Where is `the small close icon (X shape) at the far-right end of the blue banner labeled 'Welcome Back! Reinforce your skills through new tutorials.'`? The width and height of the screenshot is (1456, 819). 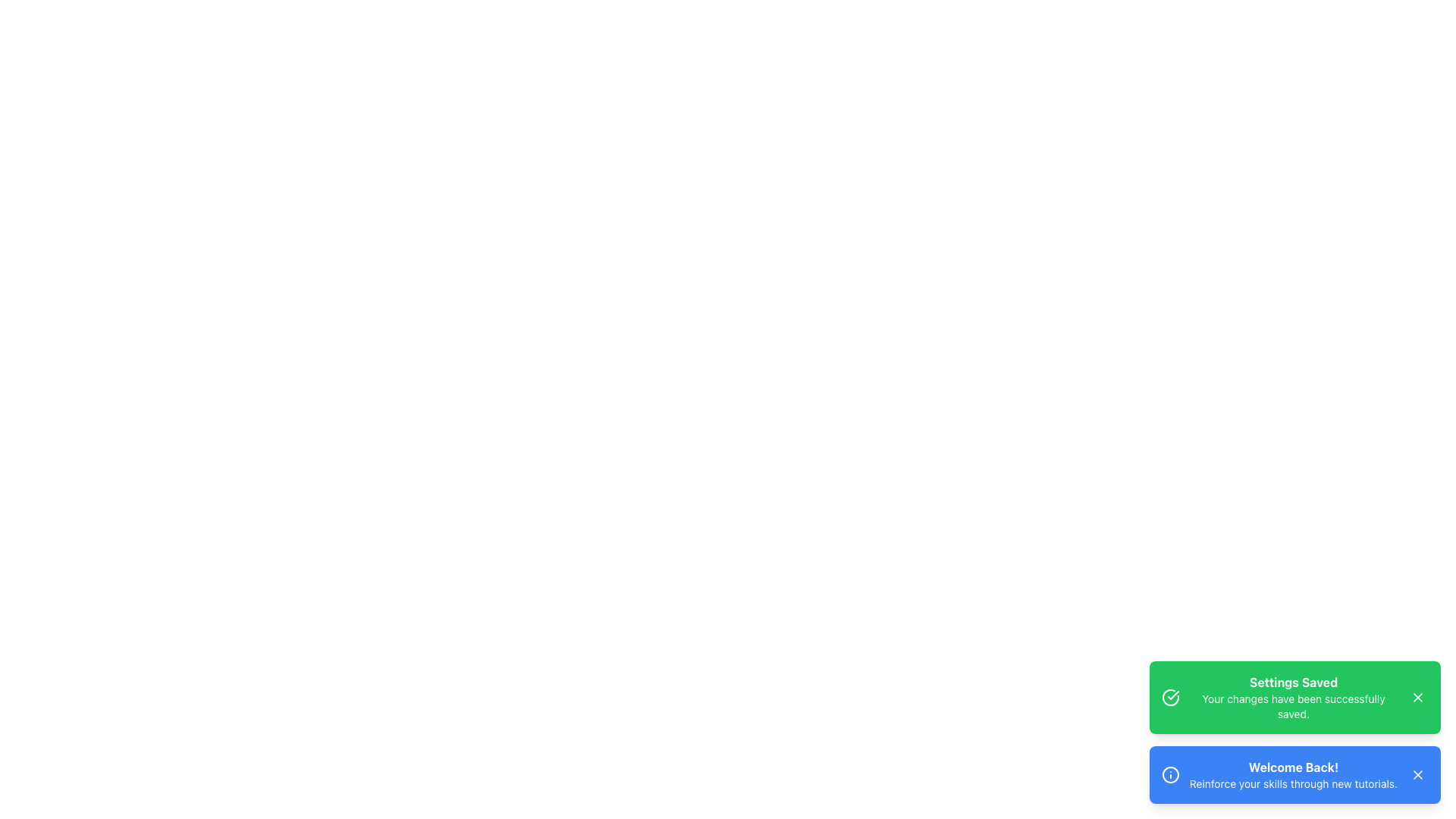 the small close icon (X shape) at the far-right end of the blue banner labeled 'Welcome Back! Reinforce your skills through new tutorials.' is located at coordinates (1417, 775).